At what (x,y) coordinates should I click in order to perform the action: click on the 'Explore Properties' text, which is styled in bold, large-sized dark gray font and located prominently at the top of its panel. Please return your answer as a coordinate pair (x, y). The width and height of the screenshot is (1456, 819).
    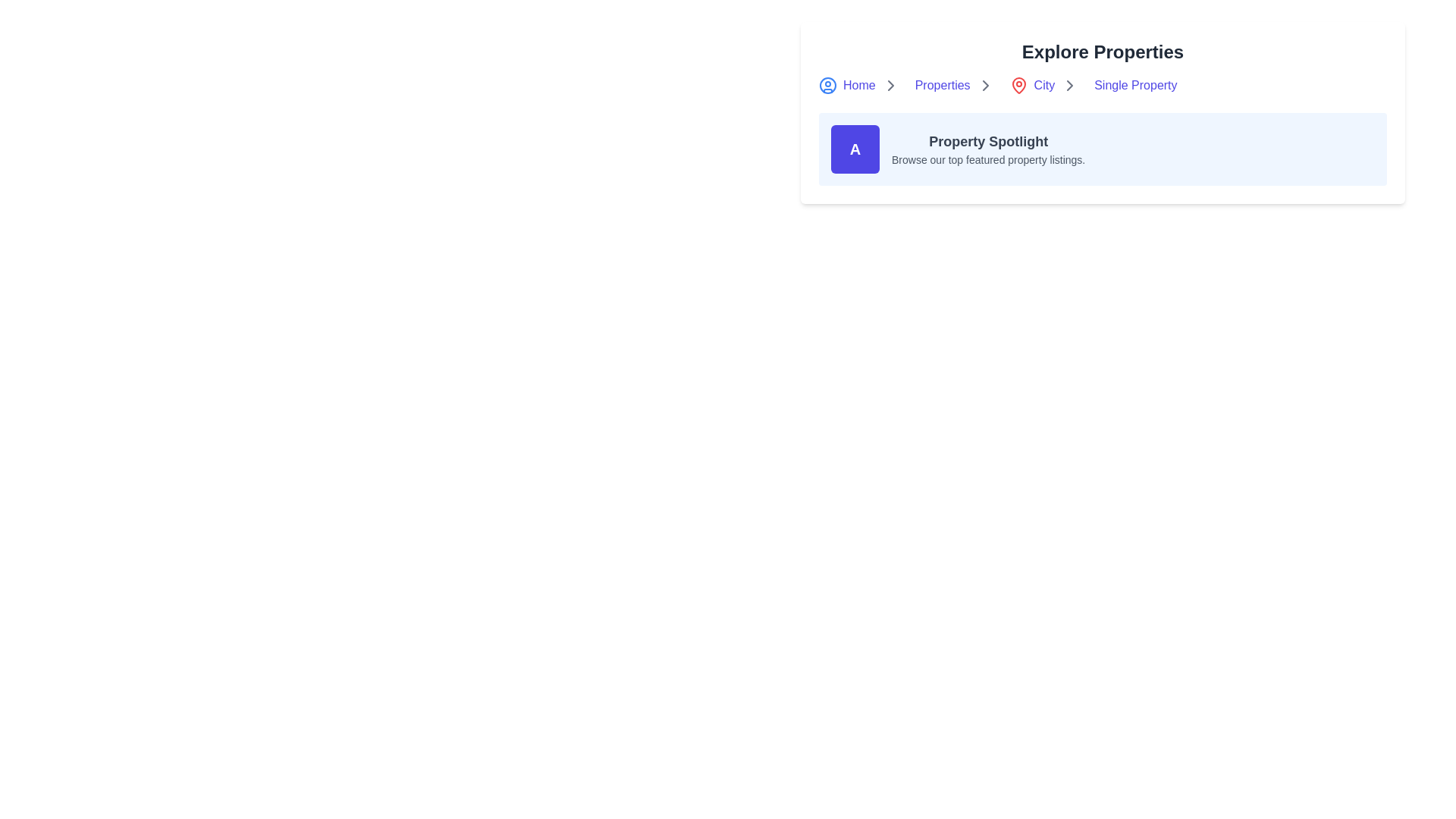
    Looking at the image, I should click on (1103, 52).